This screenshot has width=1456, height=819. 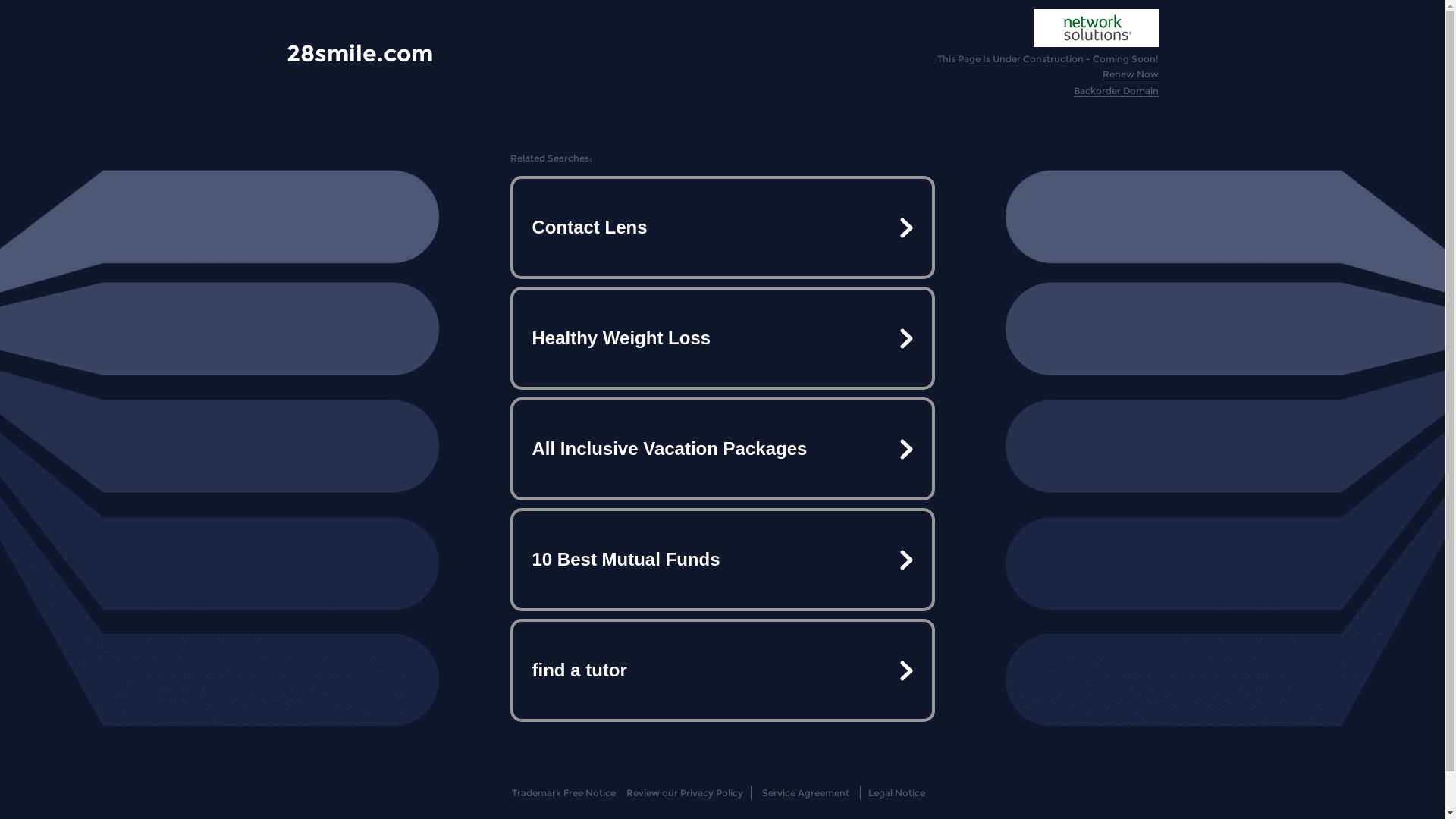 I want to click on 'Contact Lens', so click(x=720, y=227).